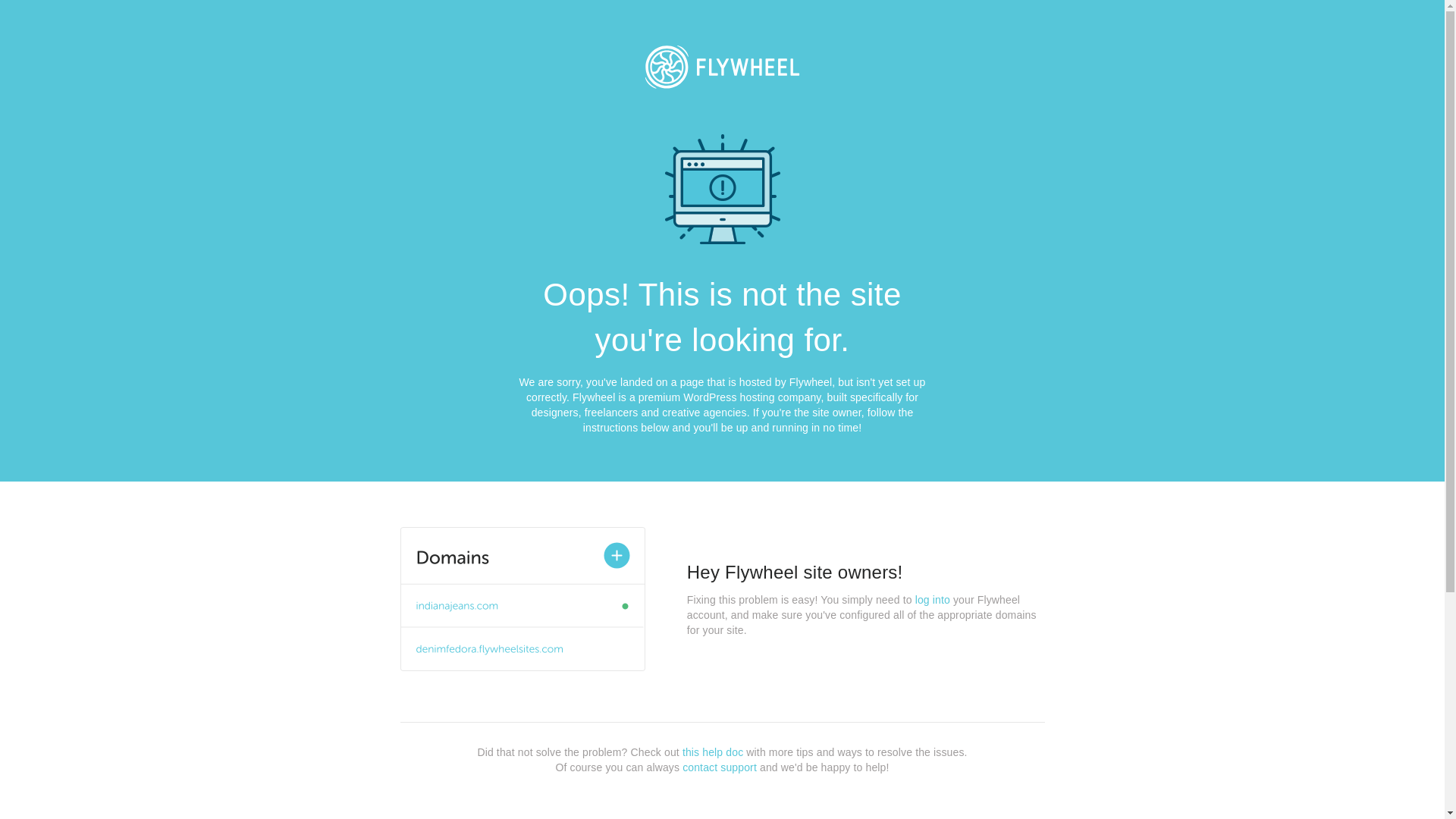  I want to click on 'contact support', so click(719, 767).